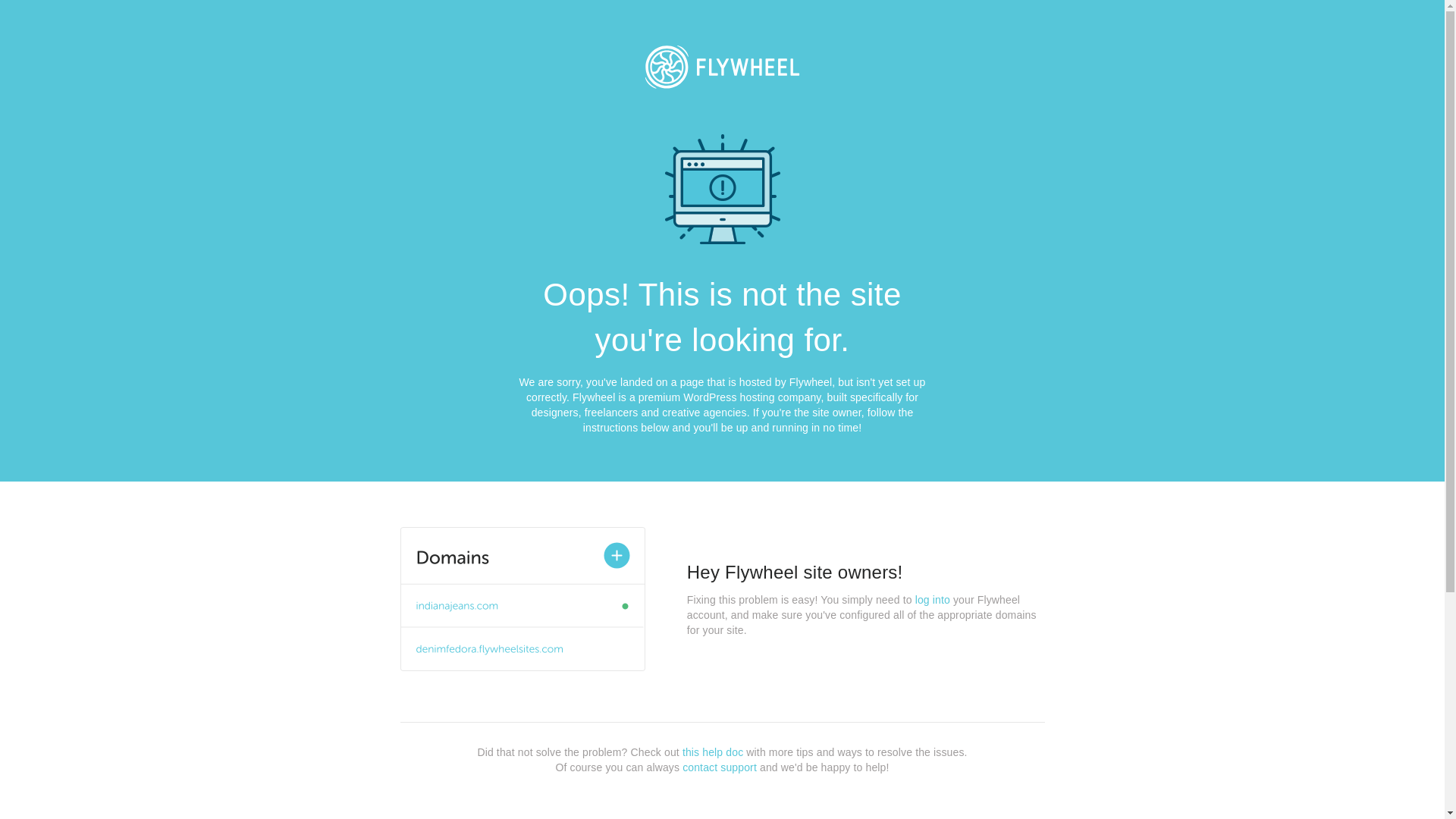  I want to click on 'contact support', so click(719, 767).